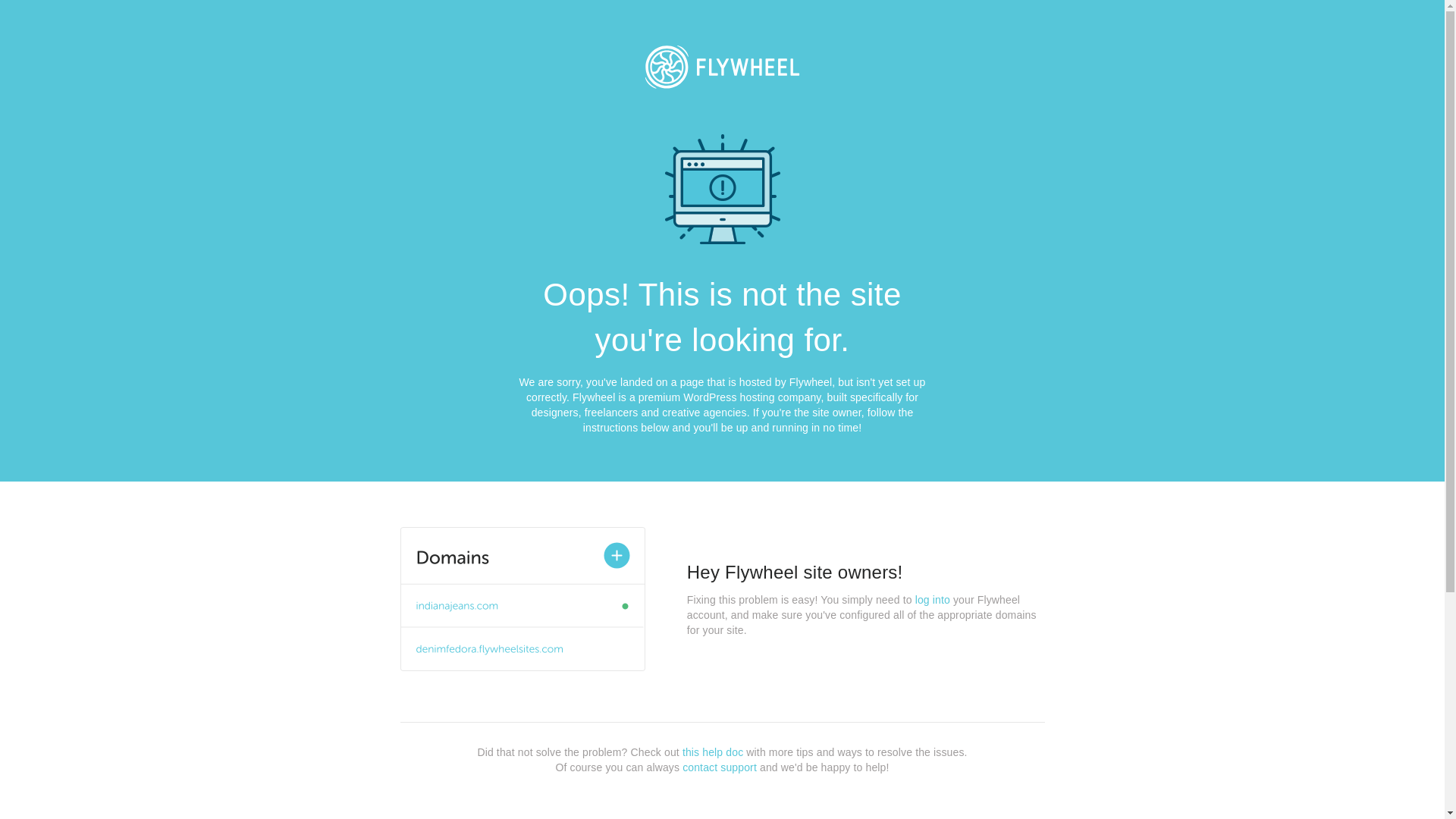  I want to click on 'contact support', so click(719, 767).